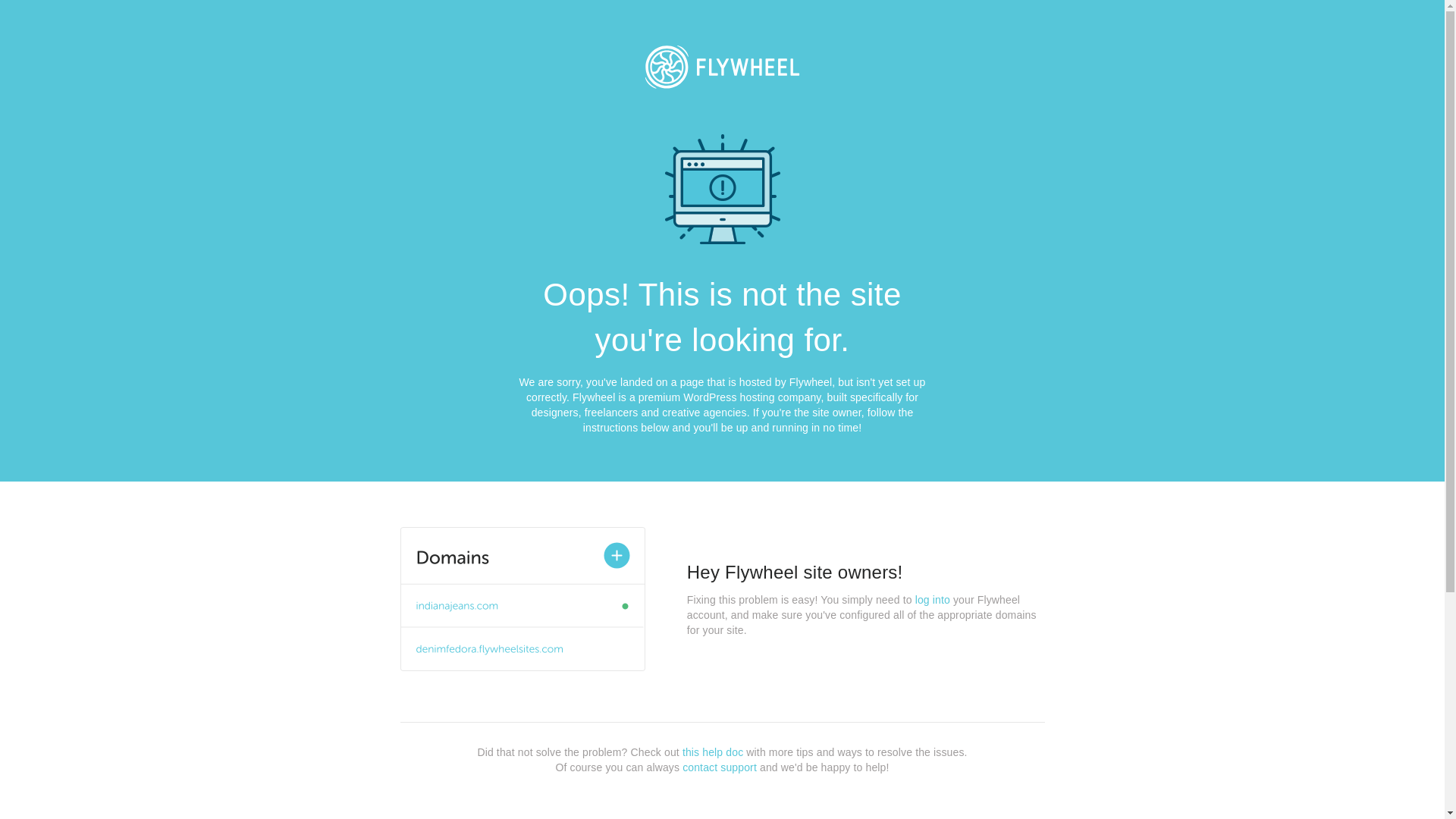  I want to click on 'contact support', so click(719, 767).